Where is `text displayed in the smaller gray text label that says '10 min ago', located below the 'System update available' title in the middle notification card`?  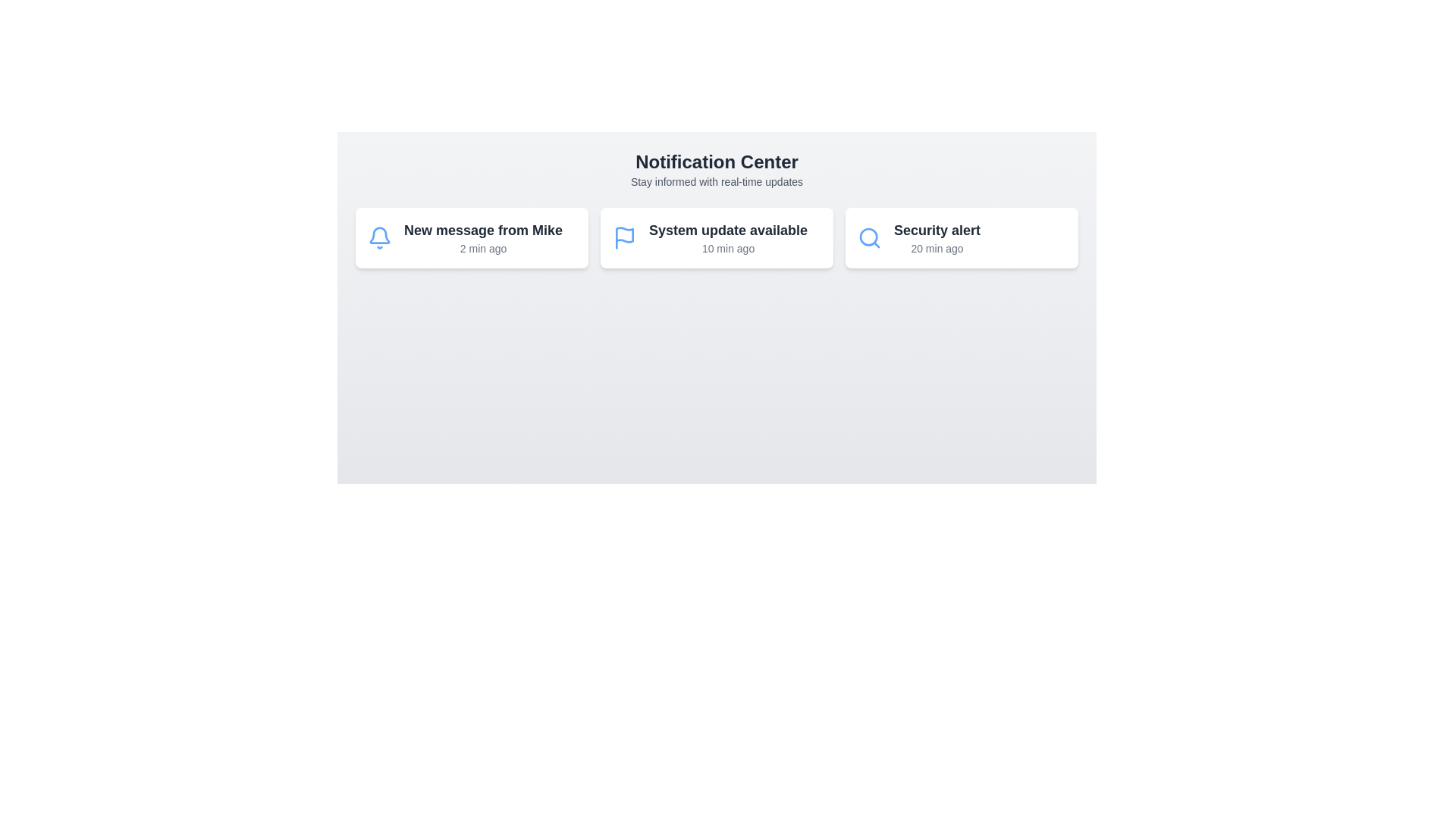 text displayed in the smaller gray text label that says '10 min ago', located below the 'System update available' title in the middle notification card is located at coordinates (728, 247).